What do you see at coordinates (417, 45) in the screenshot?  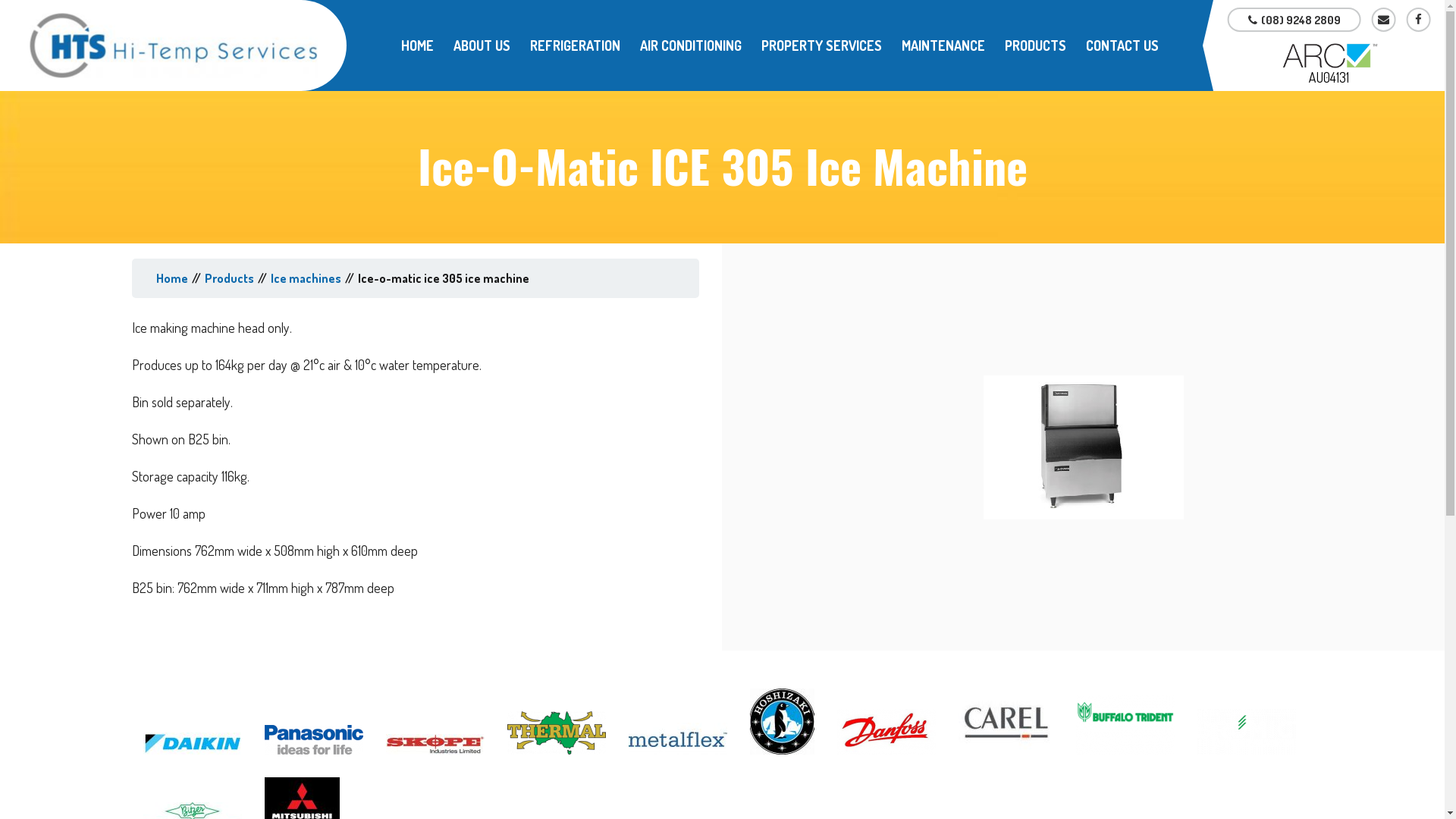 I see `'HOME'` at bounding box center [417, 45].